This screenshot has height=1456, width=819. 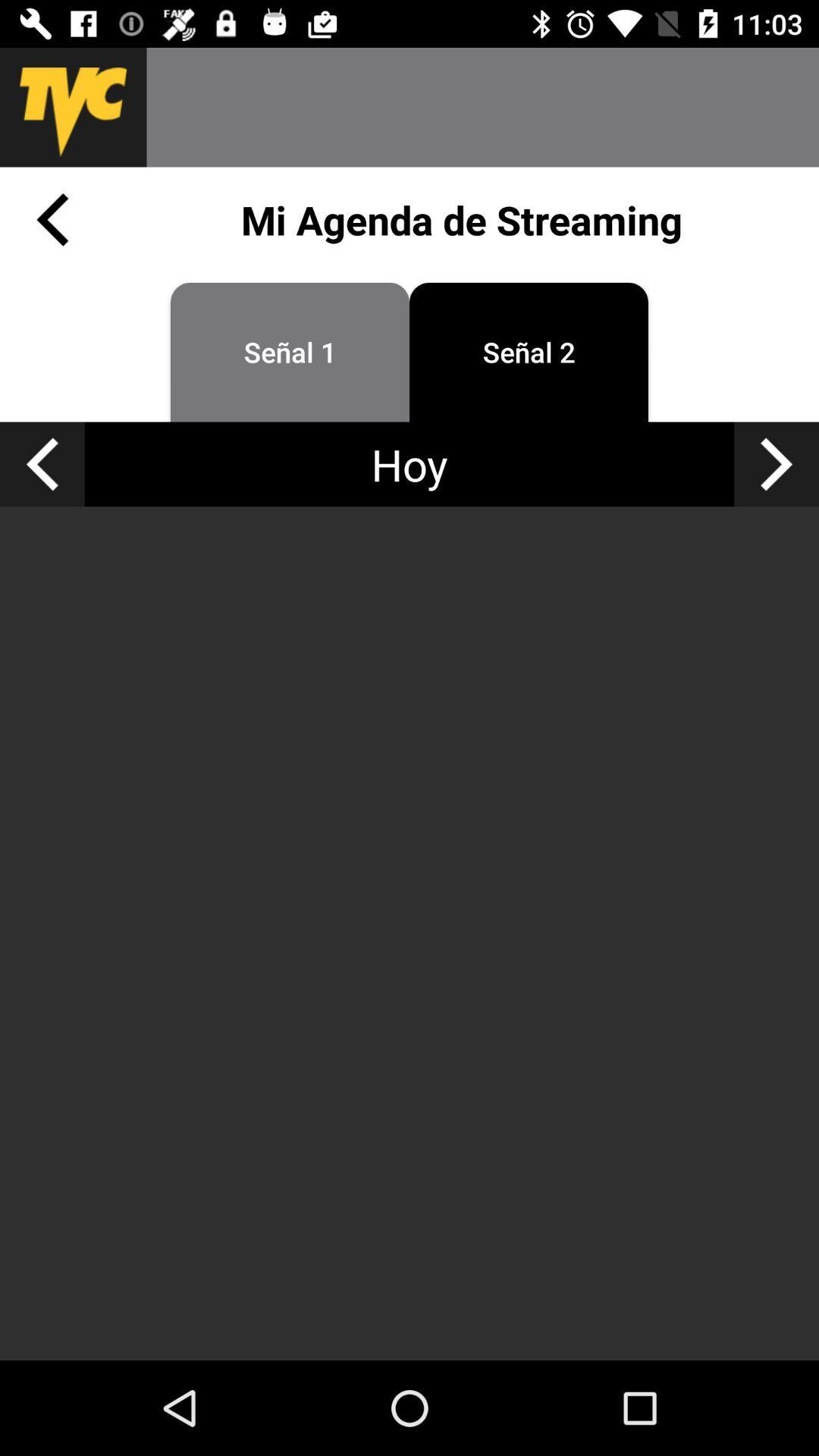 I want to click on go back, so click(x=41, y=463).